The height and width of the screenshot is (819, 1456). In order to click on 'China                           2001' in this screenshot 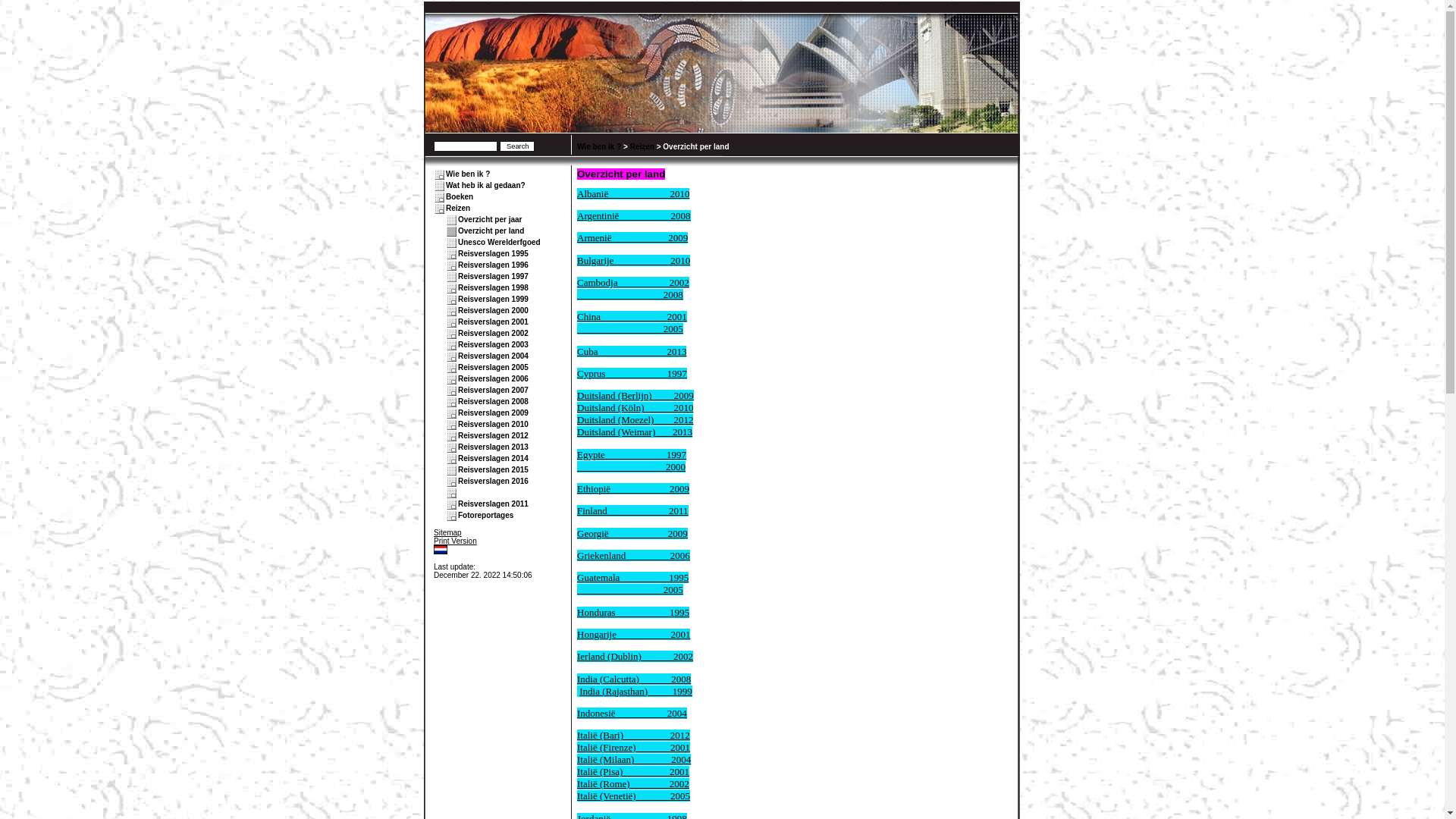, I will do `click(632, 315)`.